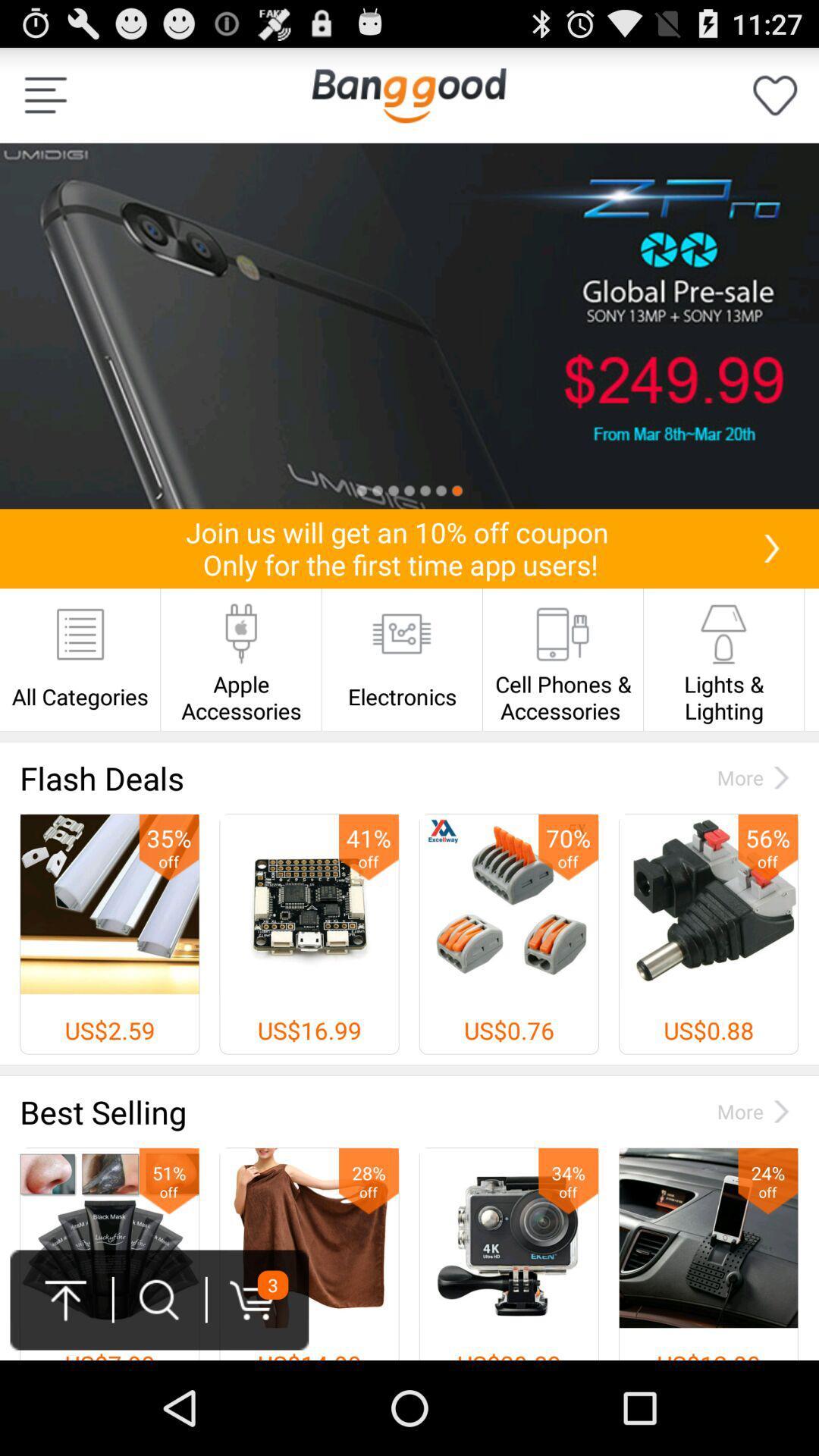 The width and height of the screenshot is (819, 1456). Describe the element at coordinates (408, 94) in the screenshot. I see `clicking this takes me to the store 's home page` at that location.